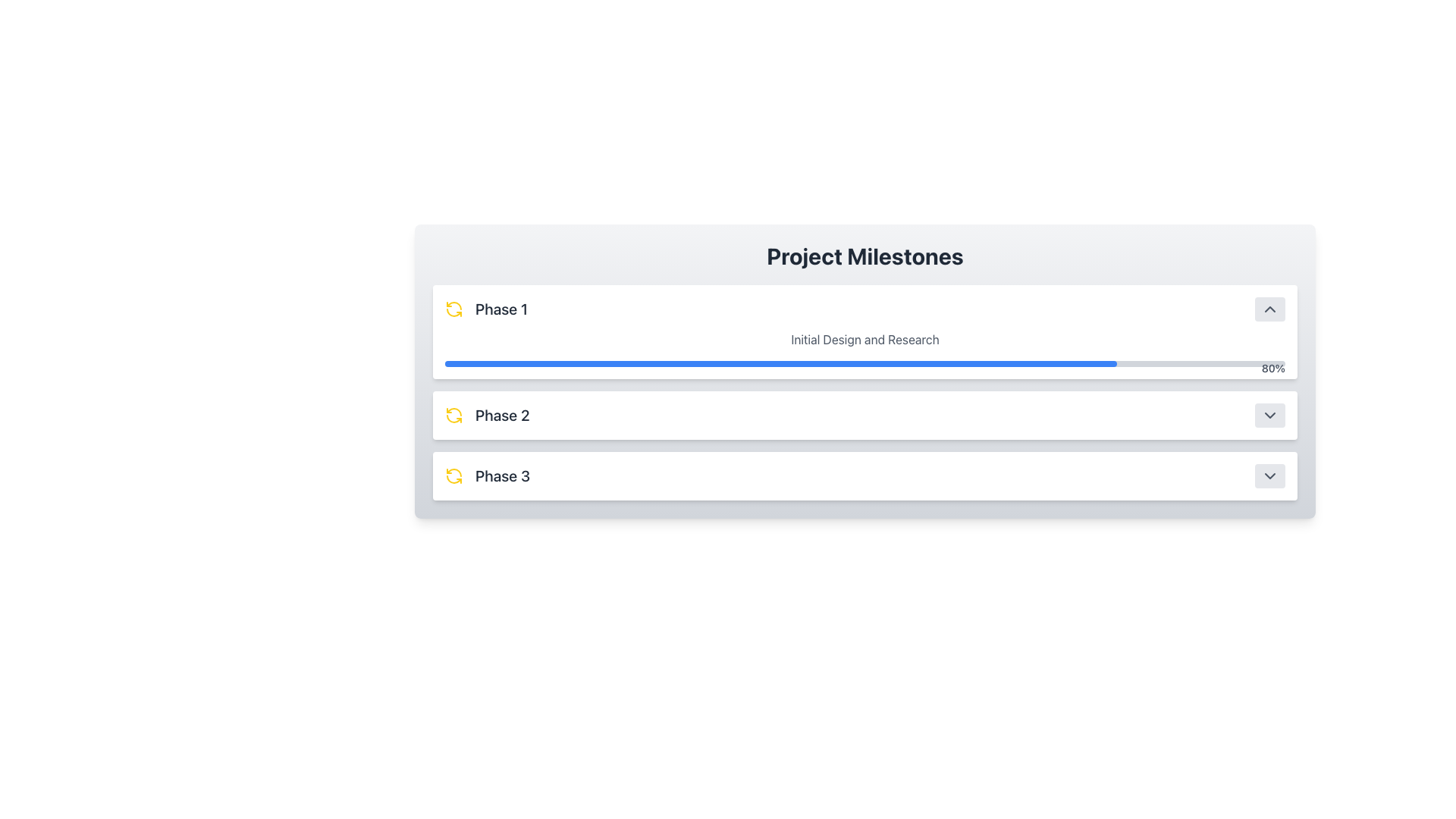 The height and width of the screenshot is (819, 1456). What do you see at coordinates (1270, 415) in the screenshot?
I see `the collapsible toggle button for the 'Phase 2' section to observe the styling change` at bounding box center [1270, 415].